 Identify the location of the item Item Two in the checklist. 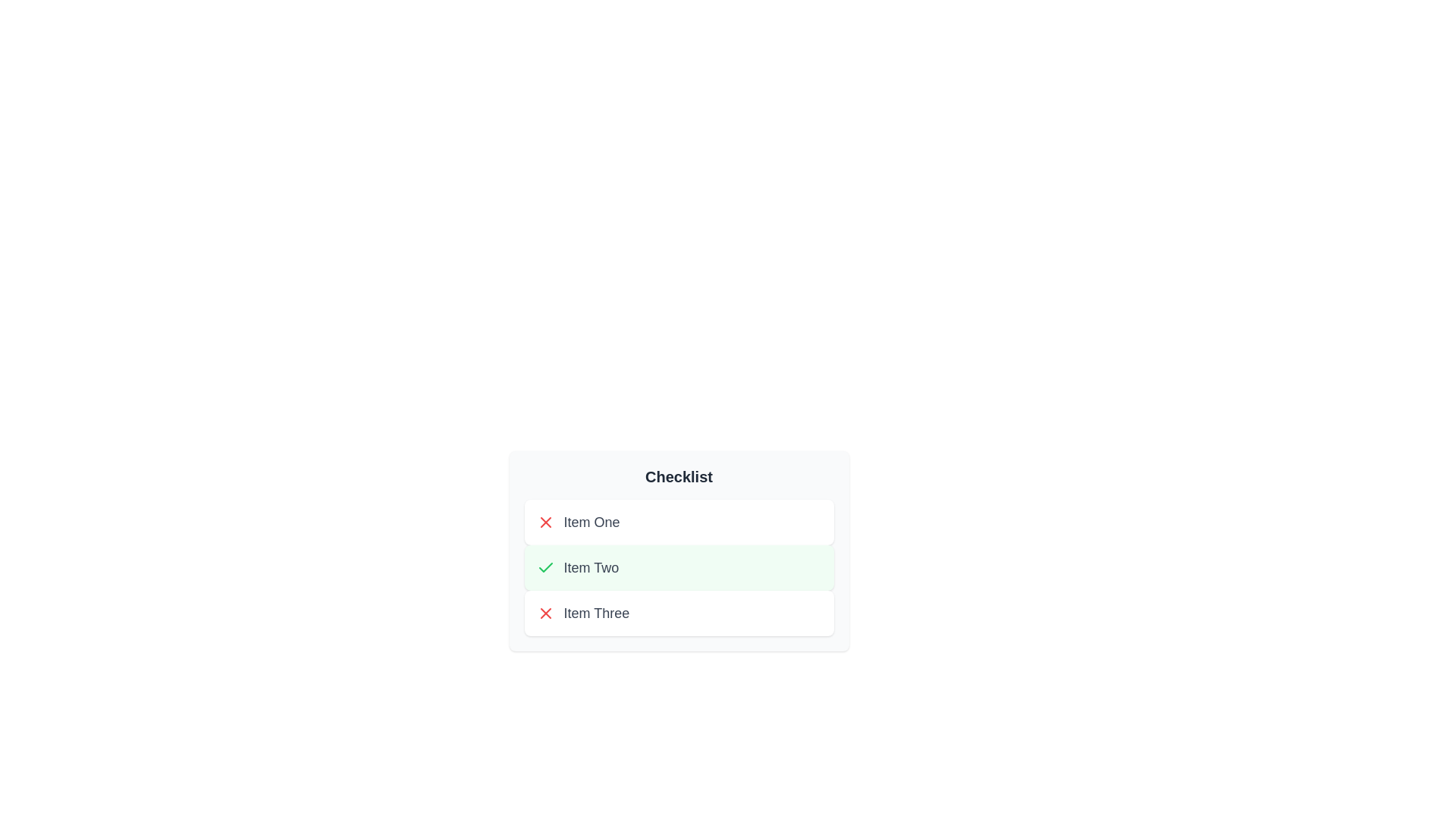
(678, 567).